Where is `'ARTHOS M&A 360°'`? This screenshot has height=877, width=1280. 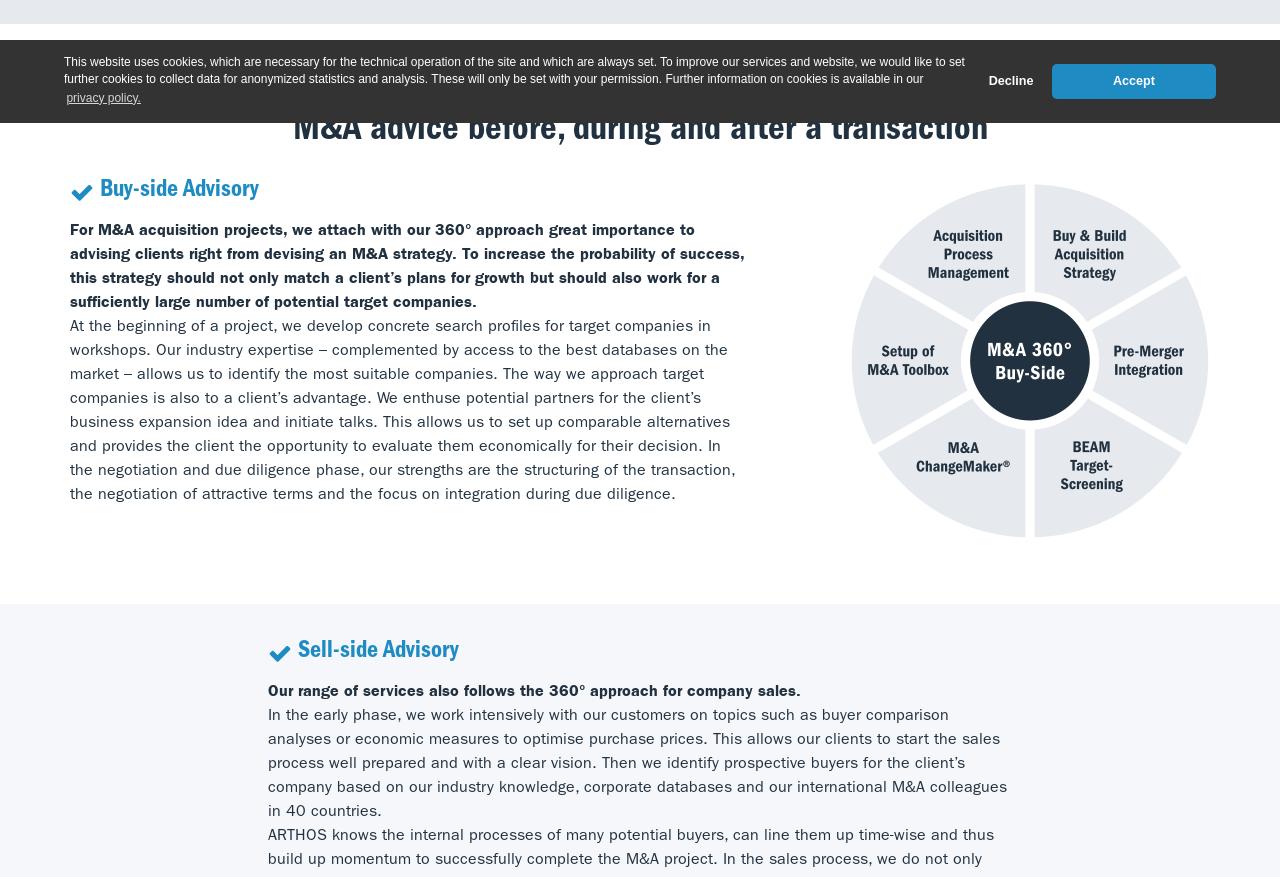
'ARTHOS M&A 360°' is located at coordinates (640, 72).